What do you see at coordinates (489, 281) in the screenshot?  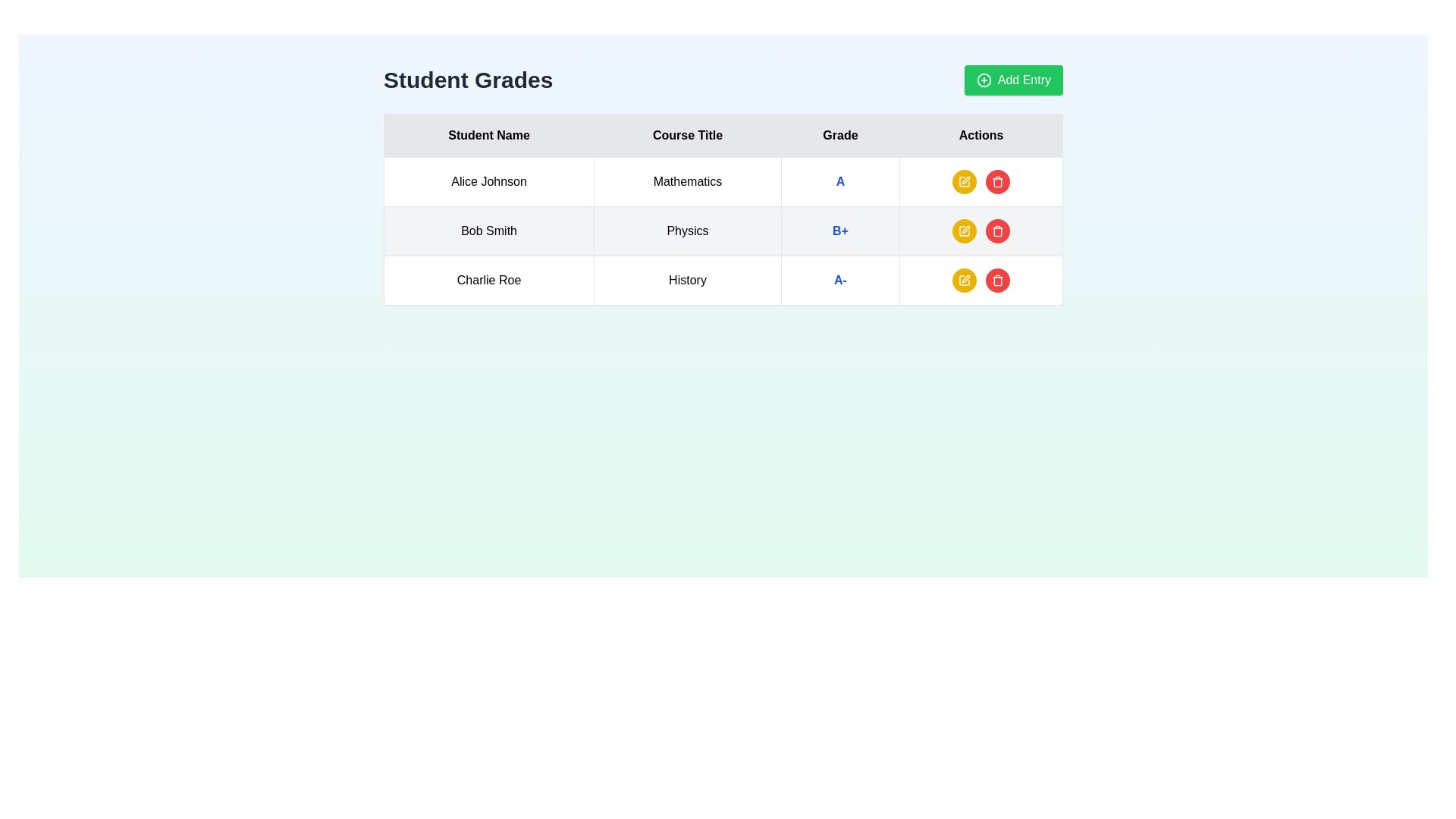 I see `the static text displaying the student's name located` at bounding box center [489, 281].